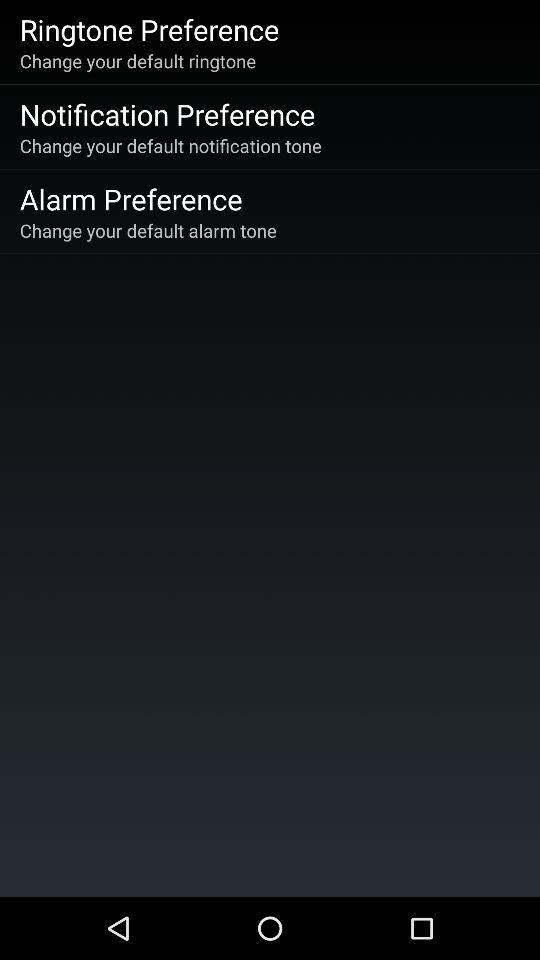 The image size is (540, 960). What do you see at coordinates (166, 114) in the screenshot?
I see `the icon above change your default icon` at bounding box center [166, 114].